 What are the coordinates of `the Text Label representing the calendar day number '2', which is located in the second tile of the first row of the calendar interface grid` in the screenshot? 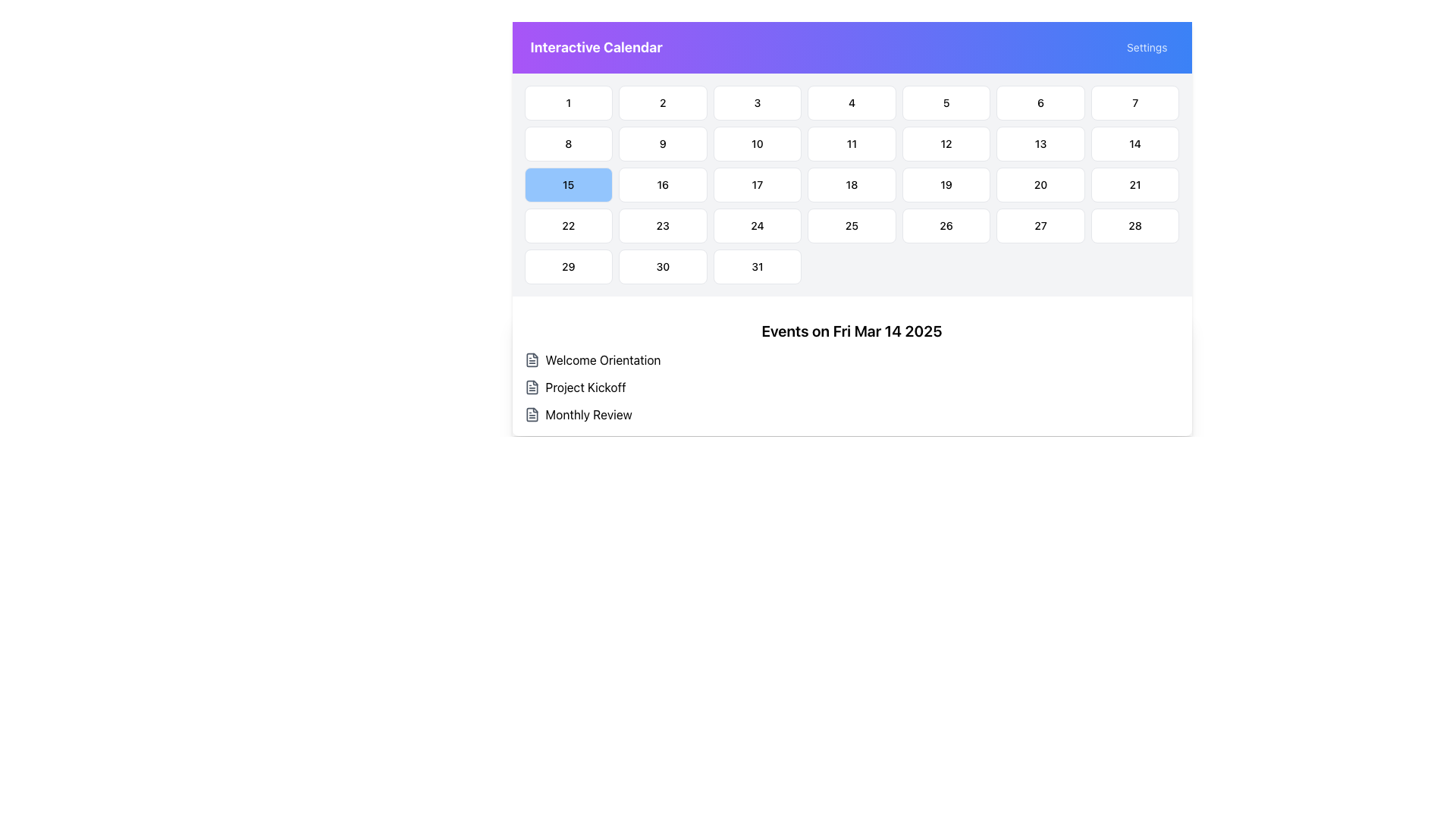 It's located at (663, 102).